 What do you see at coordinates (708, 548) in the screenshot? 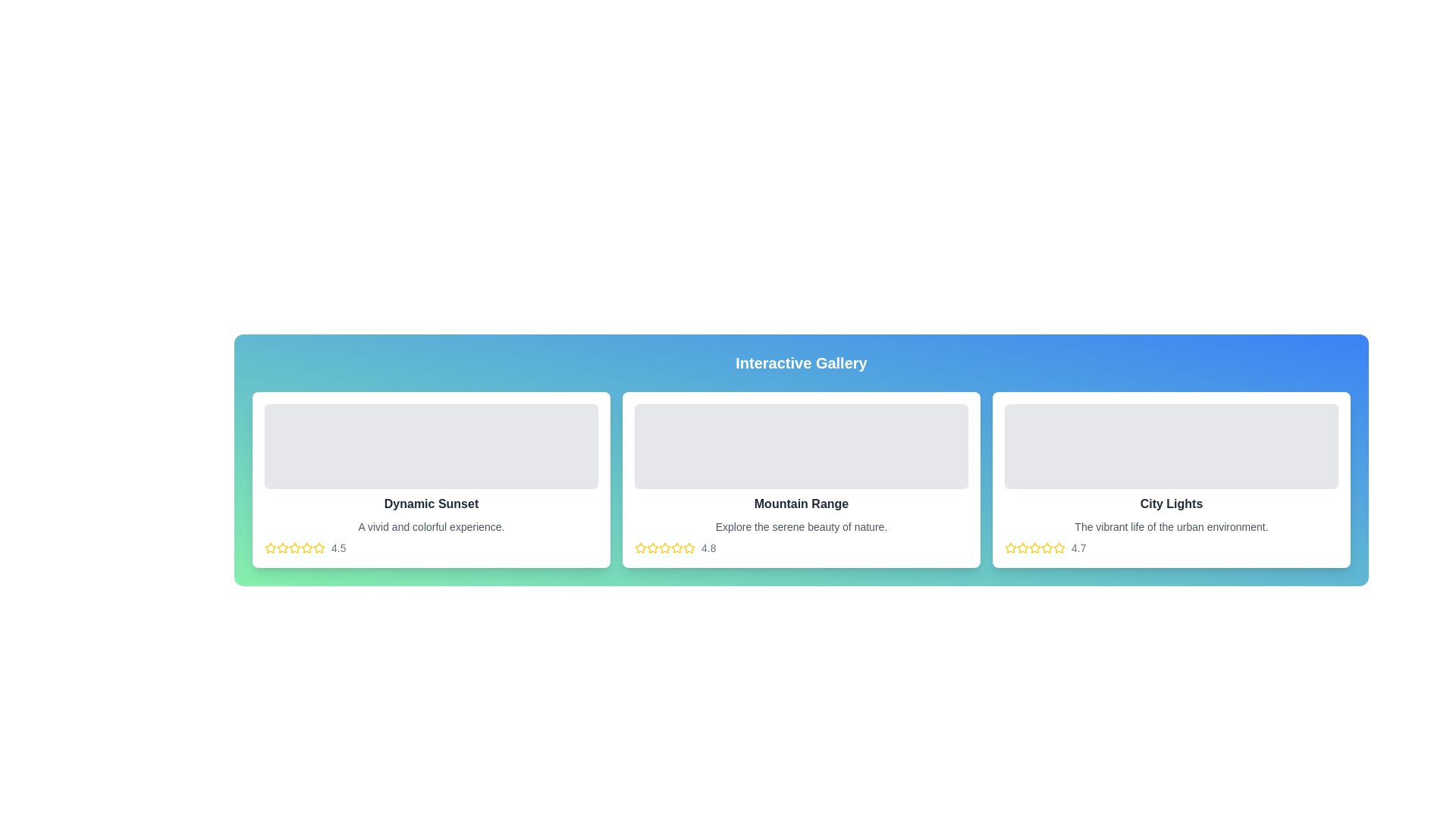
I see `the Text Label that displays the numerical rating for the 'Mountain Range' item, located below the 'Mountain Range' section and to the right of the row of golden stars` at bounding box center [708, 548].